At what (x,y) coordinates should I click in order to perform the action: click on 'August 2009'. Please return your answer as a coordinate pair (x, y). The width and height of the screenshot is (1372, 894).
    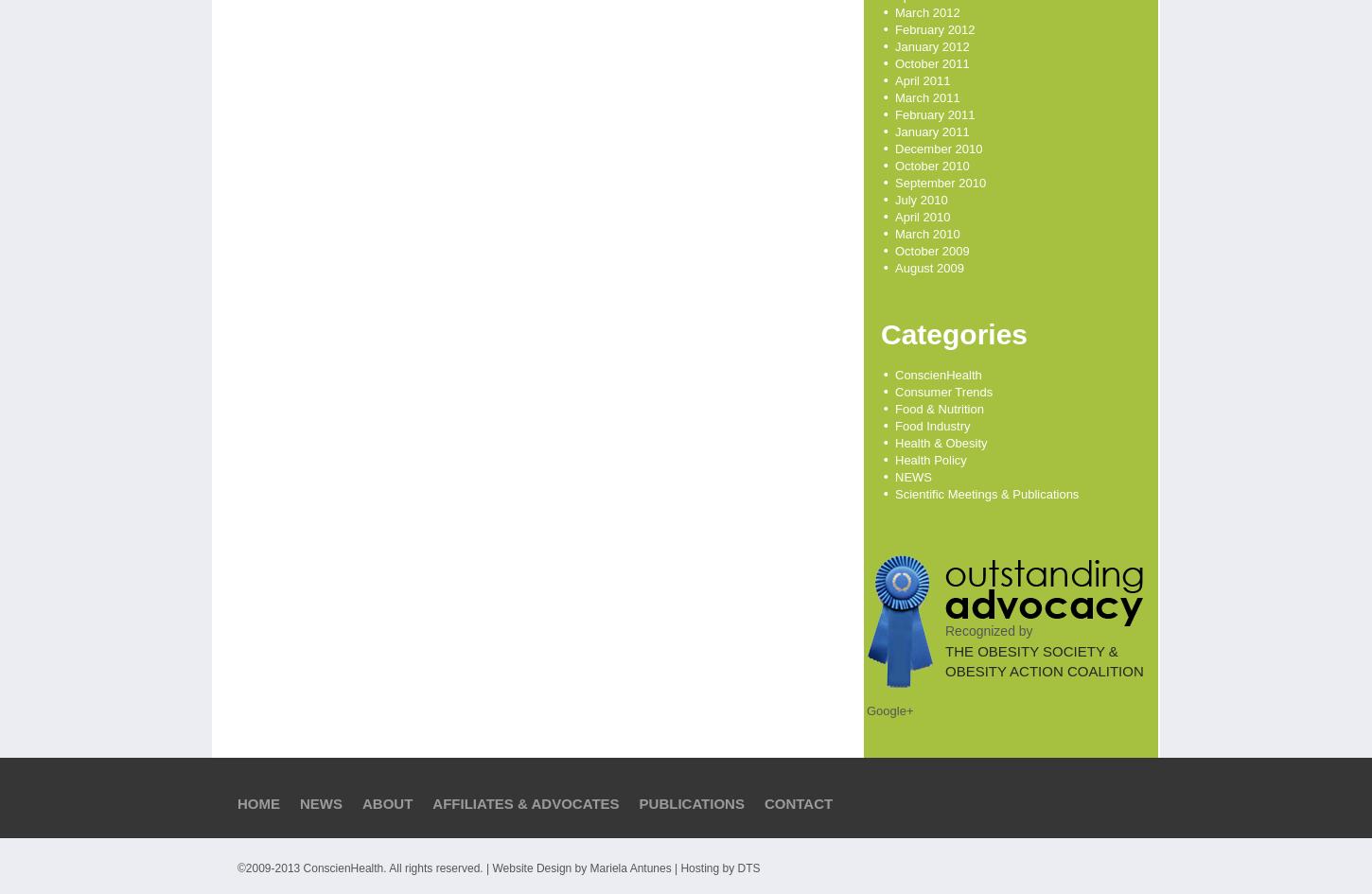
    Looking at the image, I should click on (929, 268).